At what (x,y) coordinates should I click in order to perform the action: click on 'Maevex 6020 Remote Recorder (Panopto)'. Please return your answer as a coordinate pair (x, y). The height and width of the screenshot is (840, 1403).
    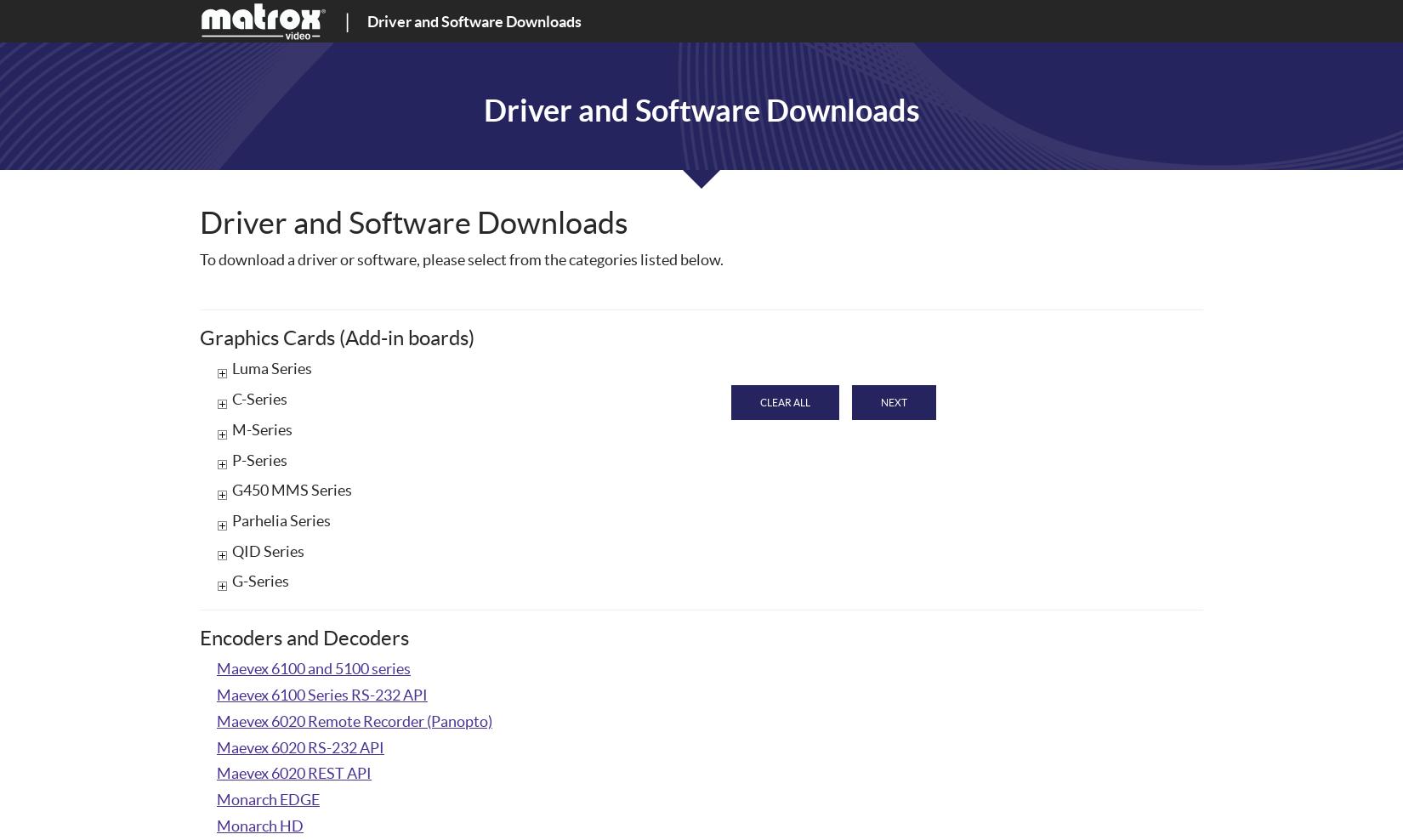
    Looking at the image, I should click on (353, 720).